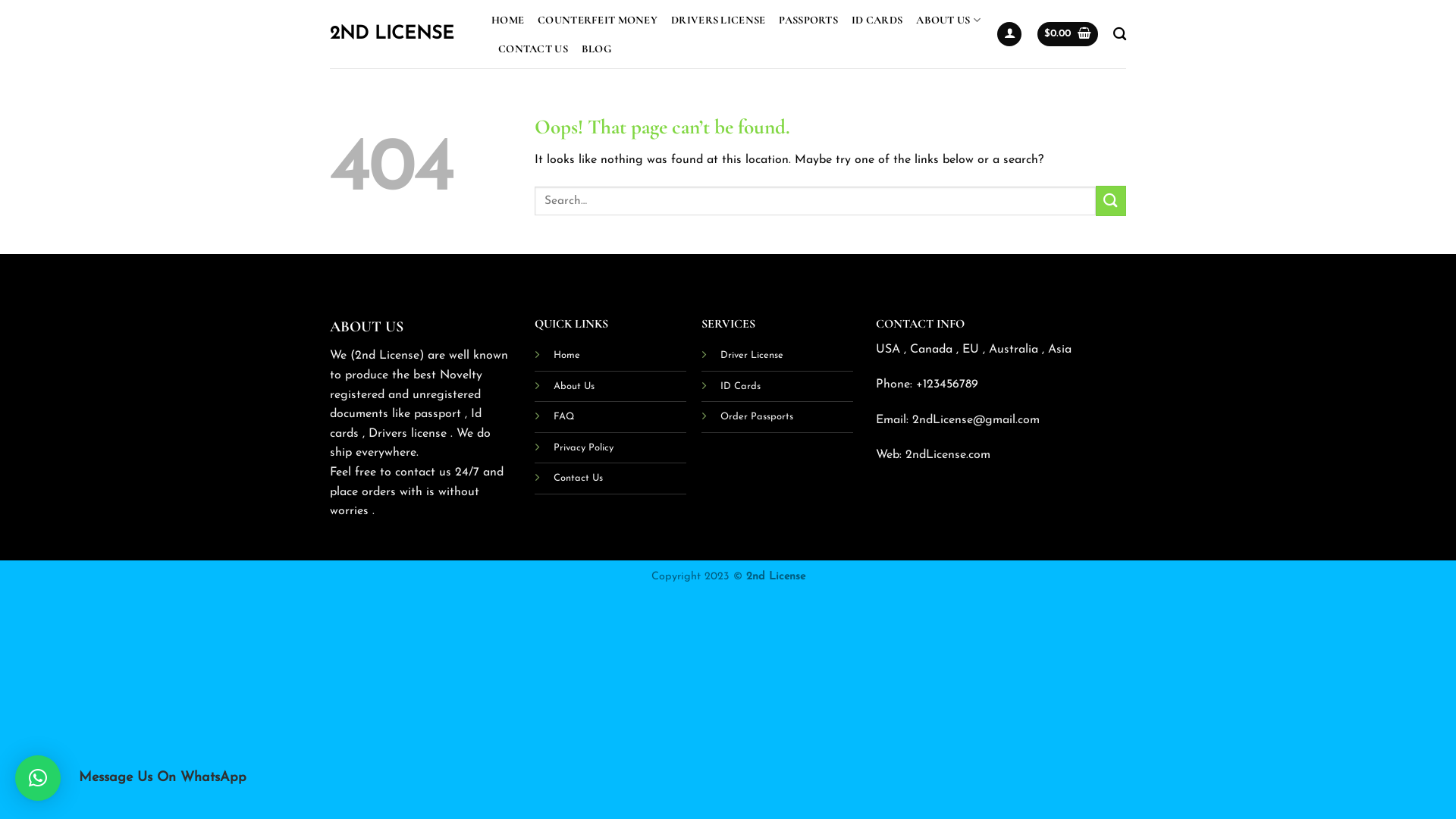 This screenshot has width=1456, height=819. Describe the element at coordinates (596, 20) in the screenshot. I see `'COUNTERFEIT MONEY'` at that location.